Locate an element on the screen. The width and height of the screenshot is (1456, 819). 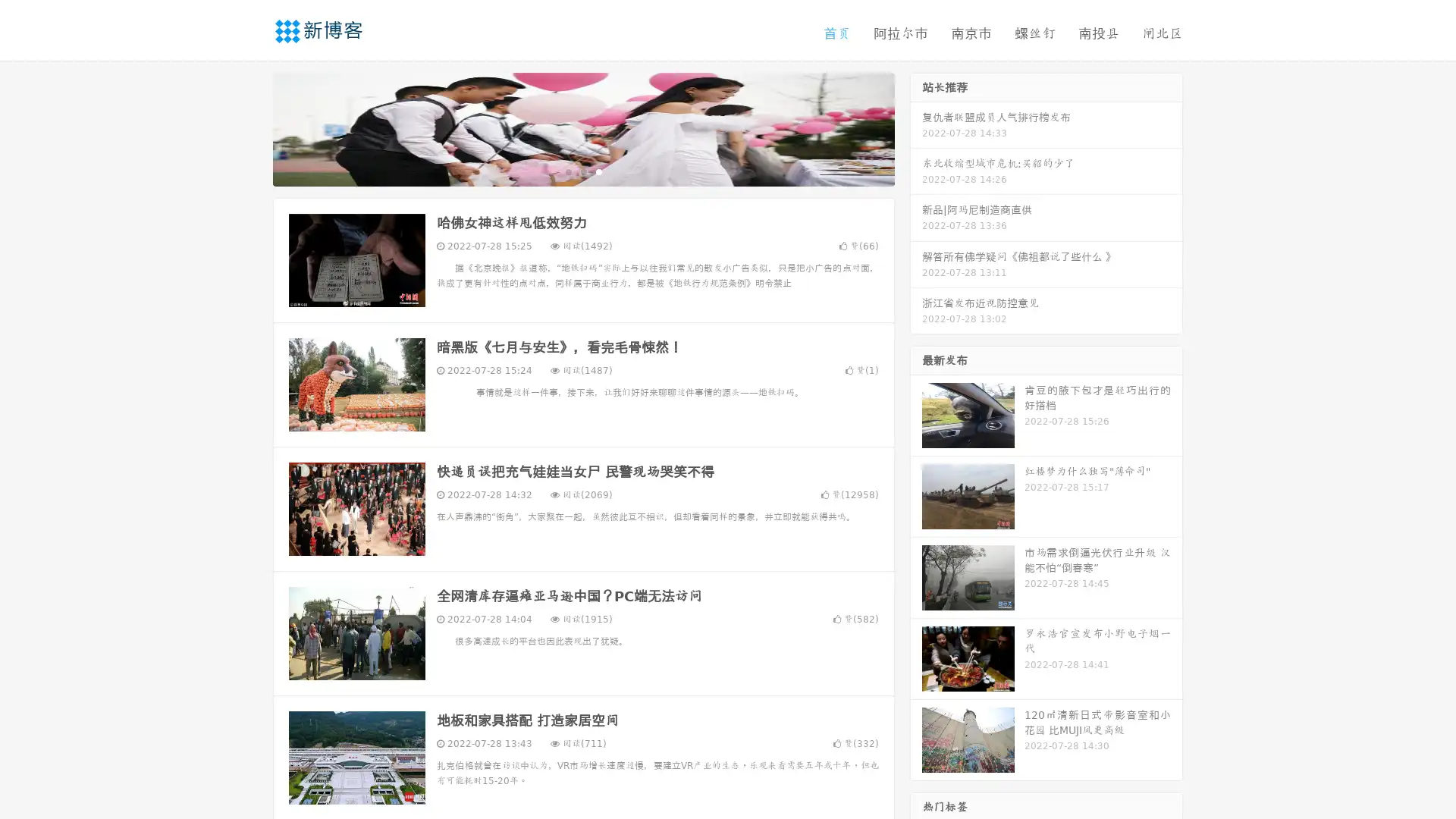
Previous slide is located at coordinates (250, 127).